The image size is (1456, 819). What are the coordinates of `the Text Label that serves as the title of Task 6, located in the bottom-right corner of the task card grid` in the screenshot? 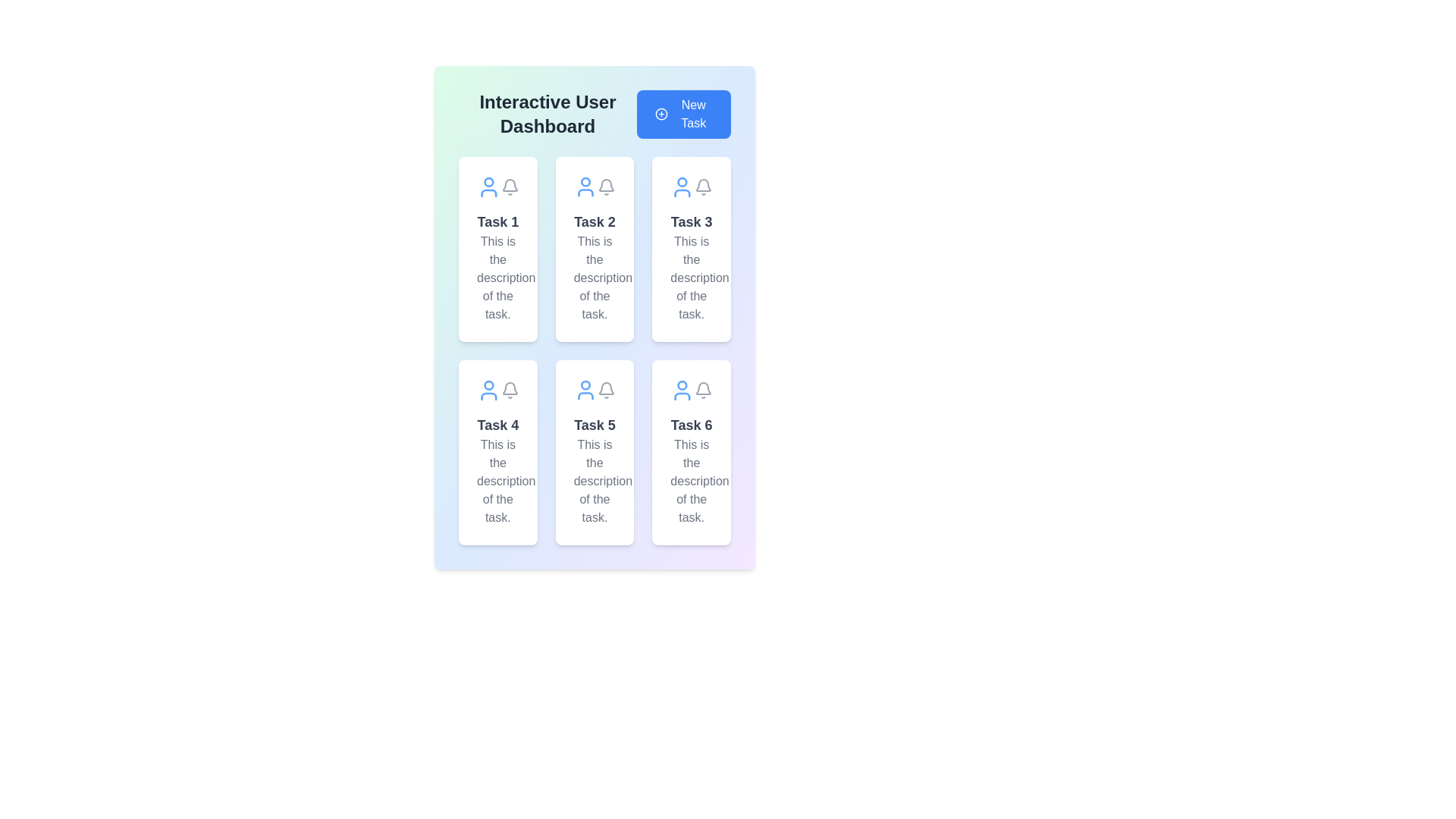 It's located at (691, 425).